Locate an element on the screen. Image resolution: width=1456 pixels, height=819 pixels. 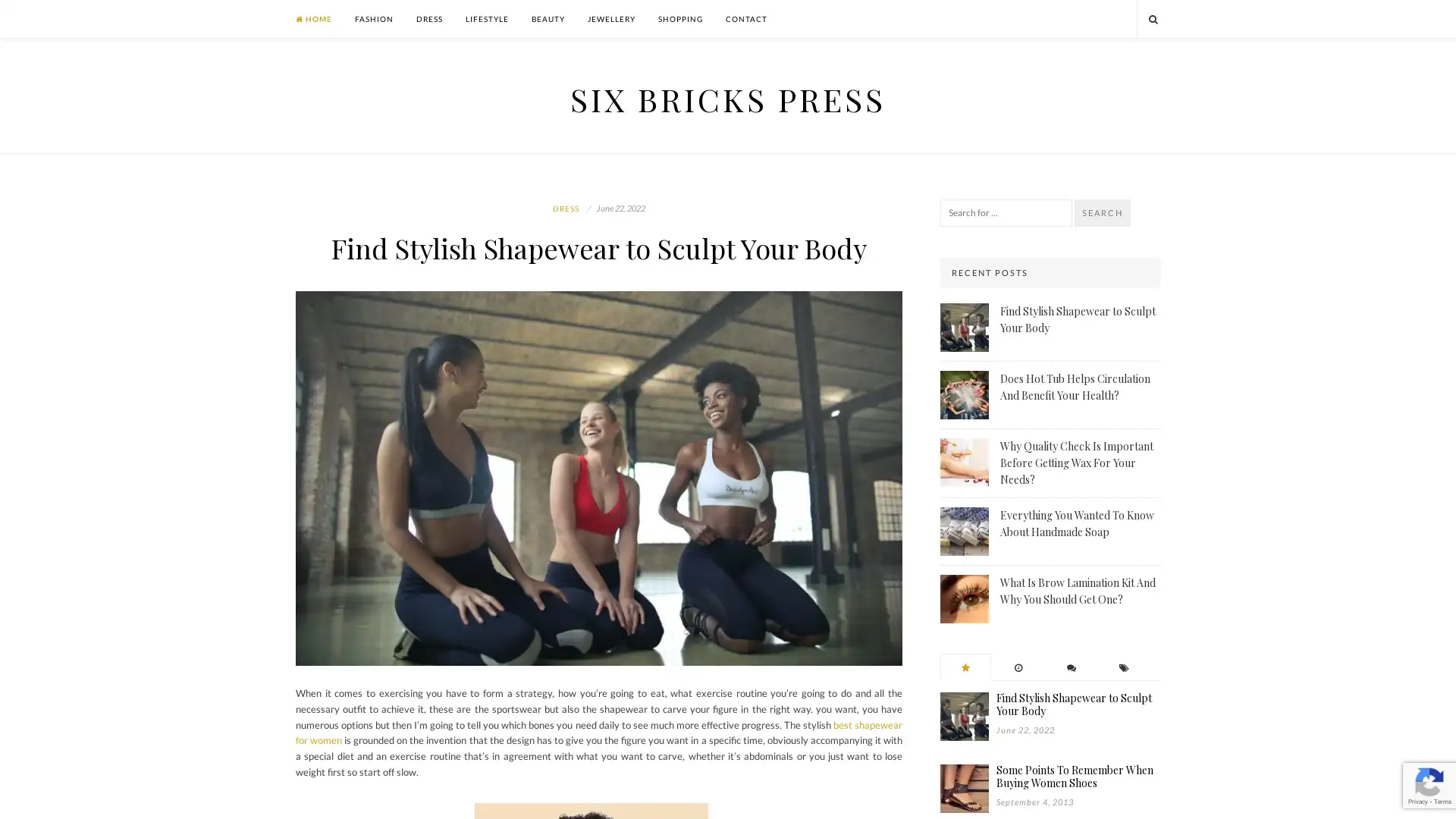
SEARCH is located at coordinates (1103, 213).